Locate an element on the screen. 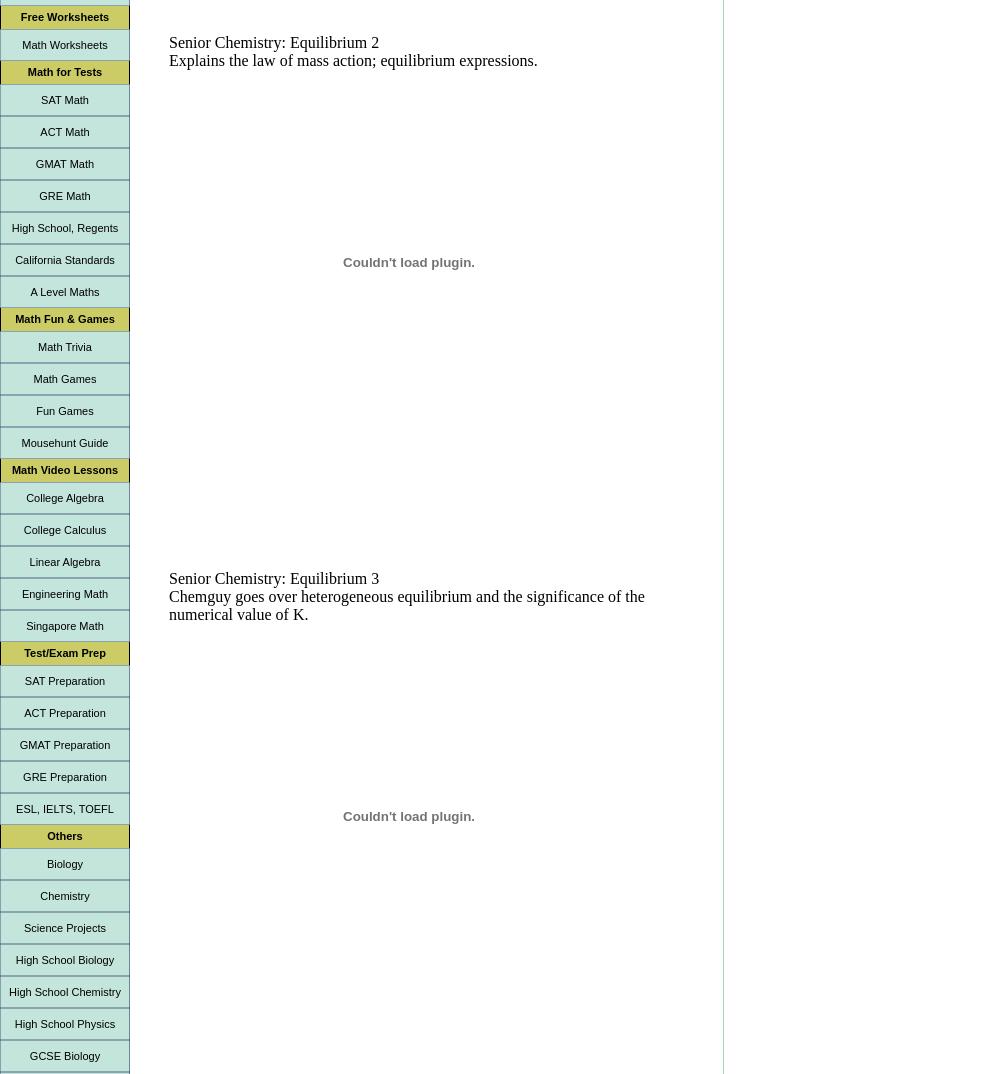  'ACT Math' is located at coordinates (64, 130).